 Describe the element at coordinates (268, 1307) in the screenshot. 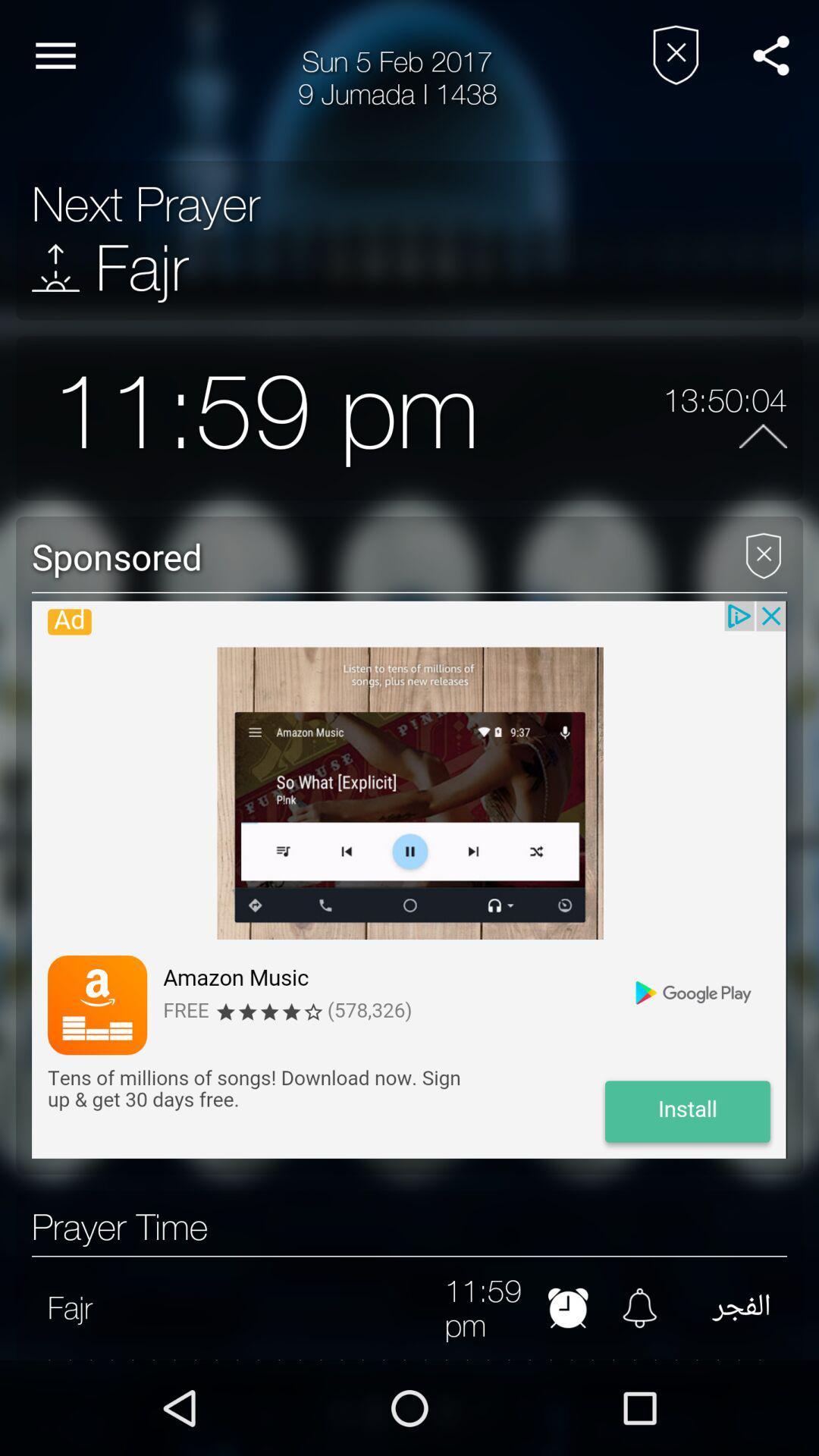

I see `item to the right of fajr item` at that location.